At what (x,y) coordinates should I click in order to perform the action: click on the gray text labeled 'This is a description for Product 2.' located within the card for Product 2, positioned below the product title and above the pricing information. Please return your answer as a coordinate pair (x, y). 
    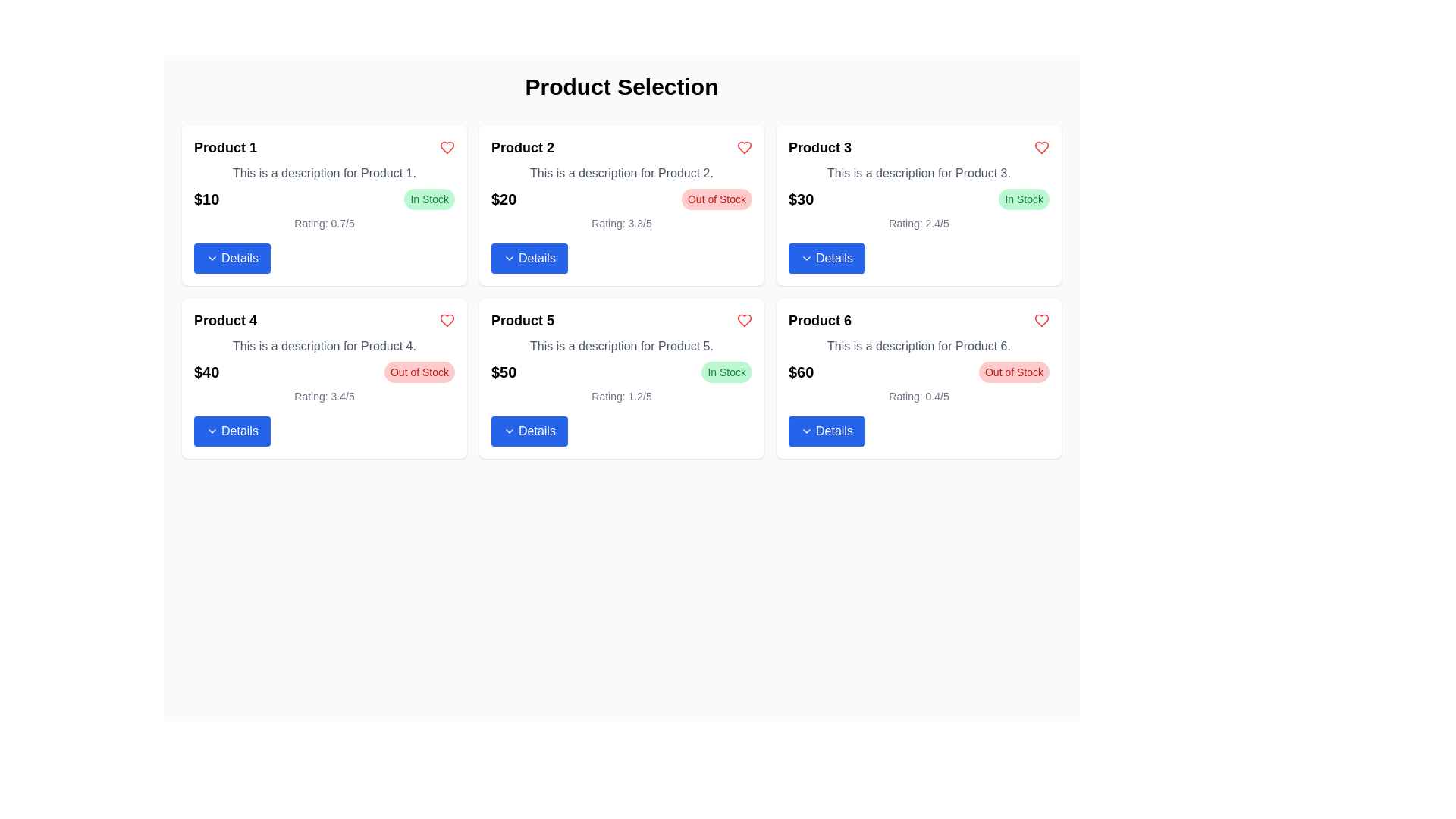
    Looking at the image, I should click on (622, 172).